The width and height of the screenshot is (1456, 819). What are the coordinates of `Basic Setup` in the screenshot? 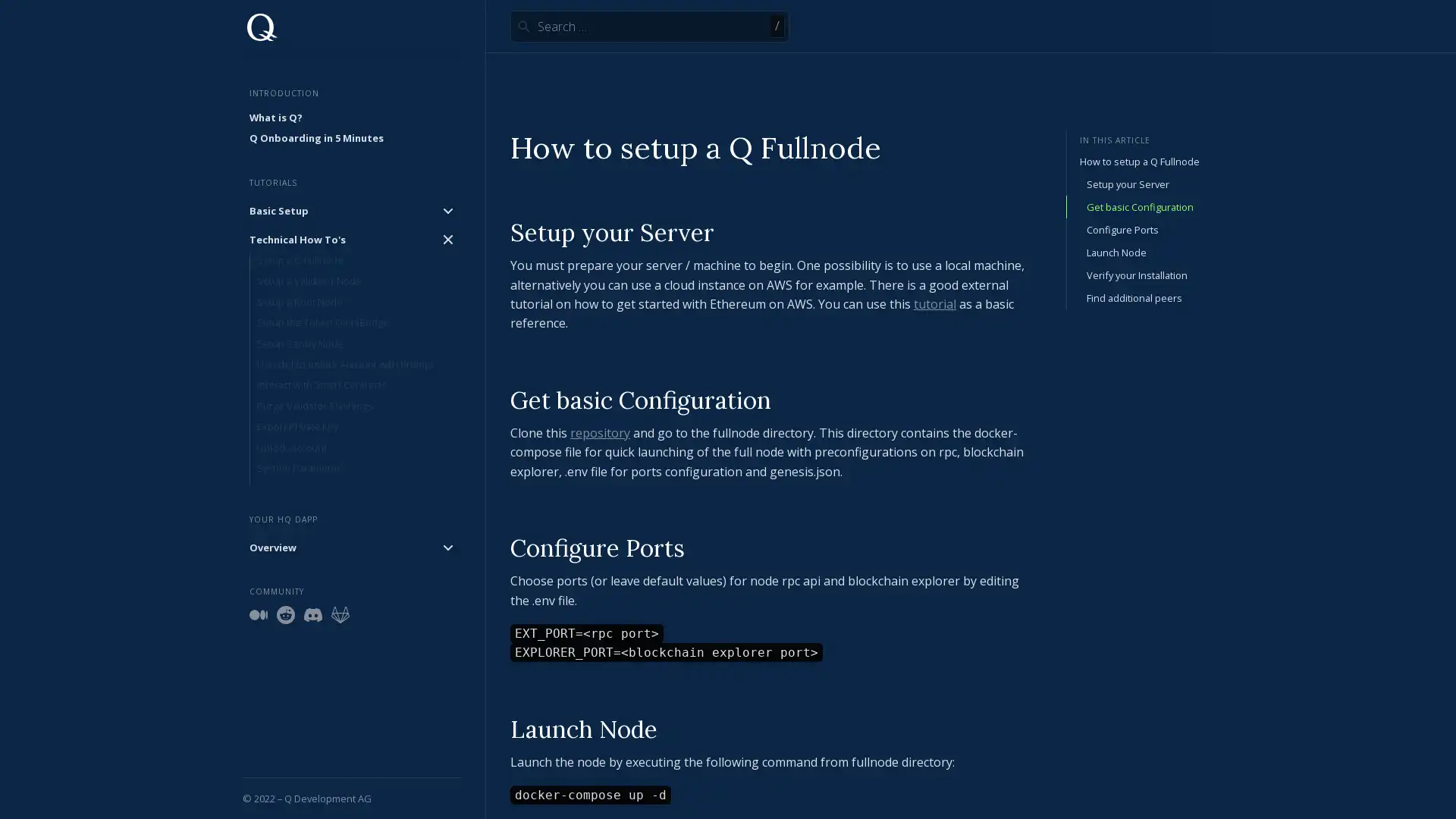 It's located at (351, 210).